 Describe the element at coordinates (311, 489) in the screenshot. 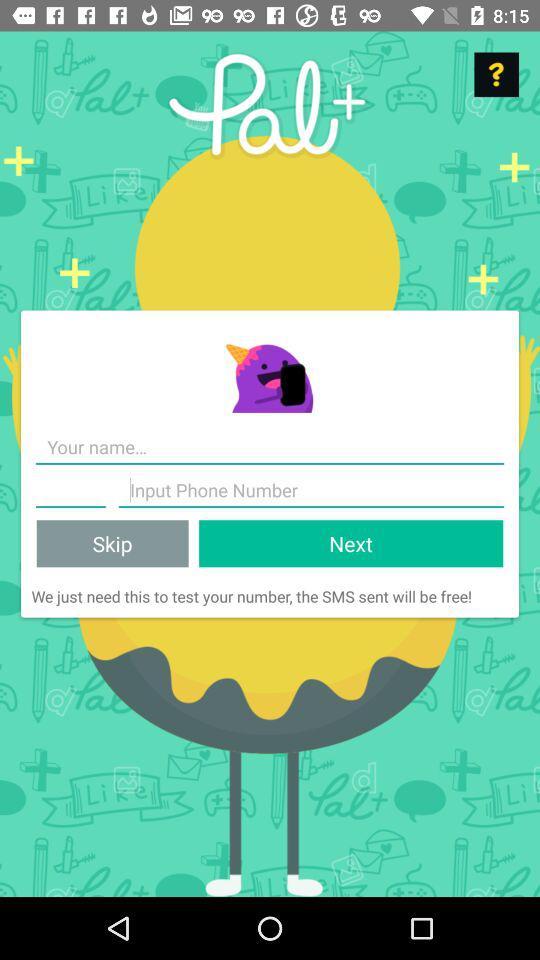

I see `item above skip item` at that location.